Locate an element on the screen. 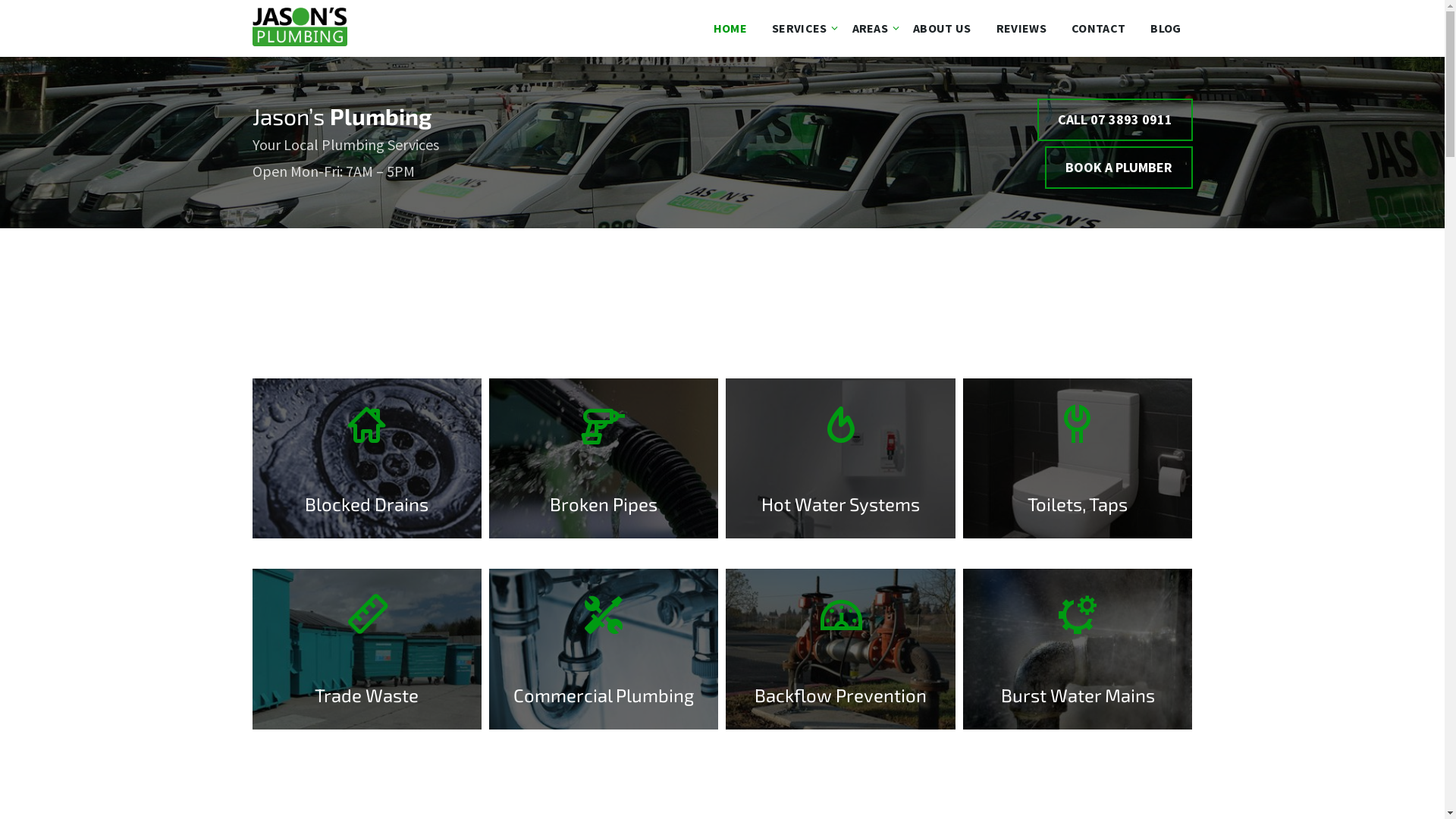 The width and height of the screenshot is (1456, 819). 'CALL 07 3893 0911' is located at coordinates (1115, 119).